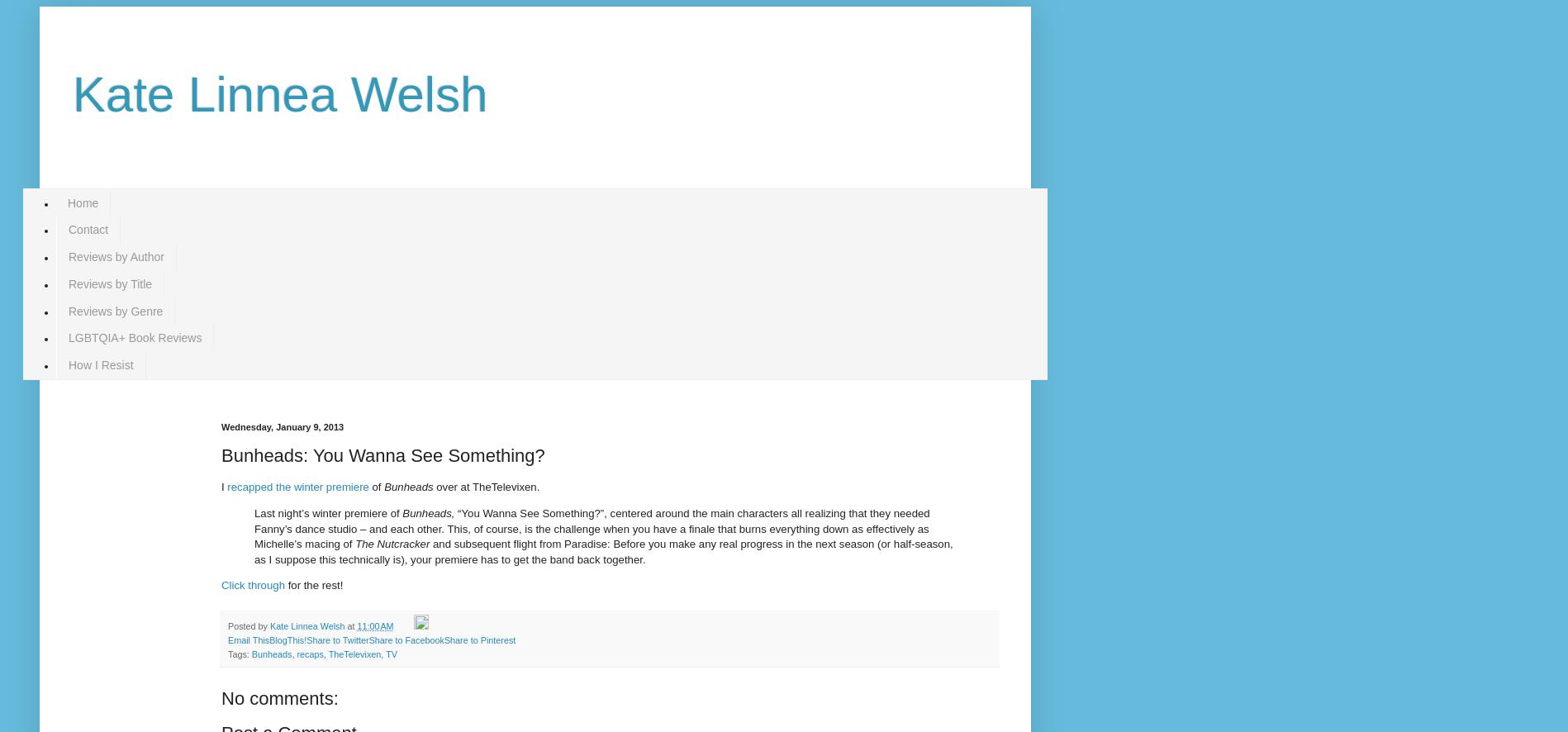 The width and height of the screenshot is (1568, 732). Describe the element at coordinates (248, 639) in the screenshot. I see `'Email This'` at that location.